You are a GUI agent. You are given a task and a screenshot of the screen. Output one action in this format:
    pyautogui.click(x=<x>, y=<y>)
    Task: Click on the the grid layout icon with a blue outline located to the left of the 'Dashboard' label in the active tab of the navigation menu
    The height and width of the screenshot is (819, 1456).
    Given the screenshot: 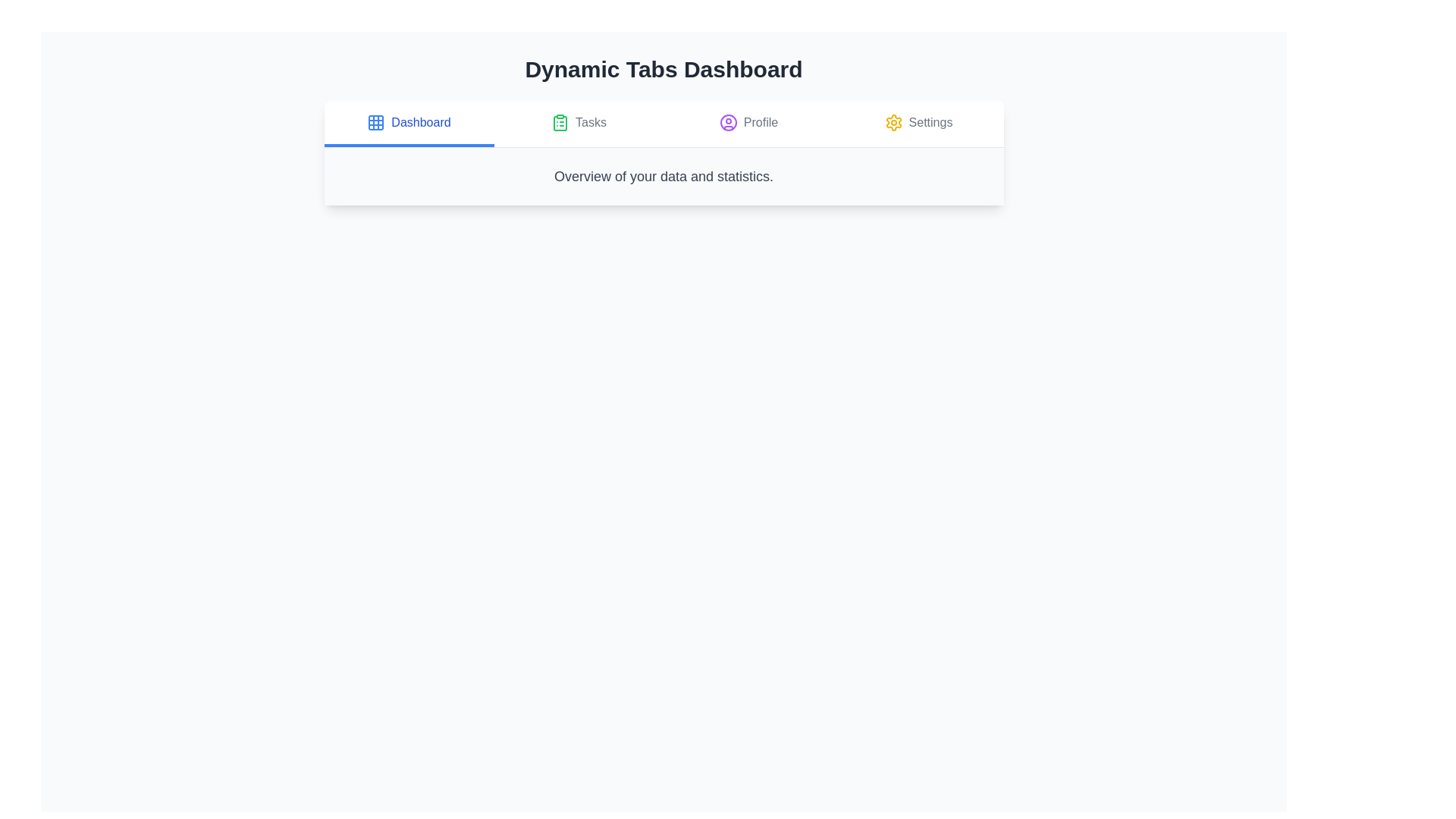 What is the action you would take?
    pyautogui.click(x=376, y=122)
    